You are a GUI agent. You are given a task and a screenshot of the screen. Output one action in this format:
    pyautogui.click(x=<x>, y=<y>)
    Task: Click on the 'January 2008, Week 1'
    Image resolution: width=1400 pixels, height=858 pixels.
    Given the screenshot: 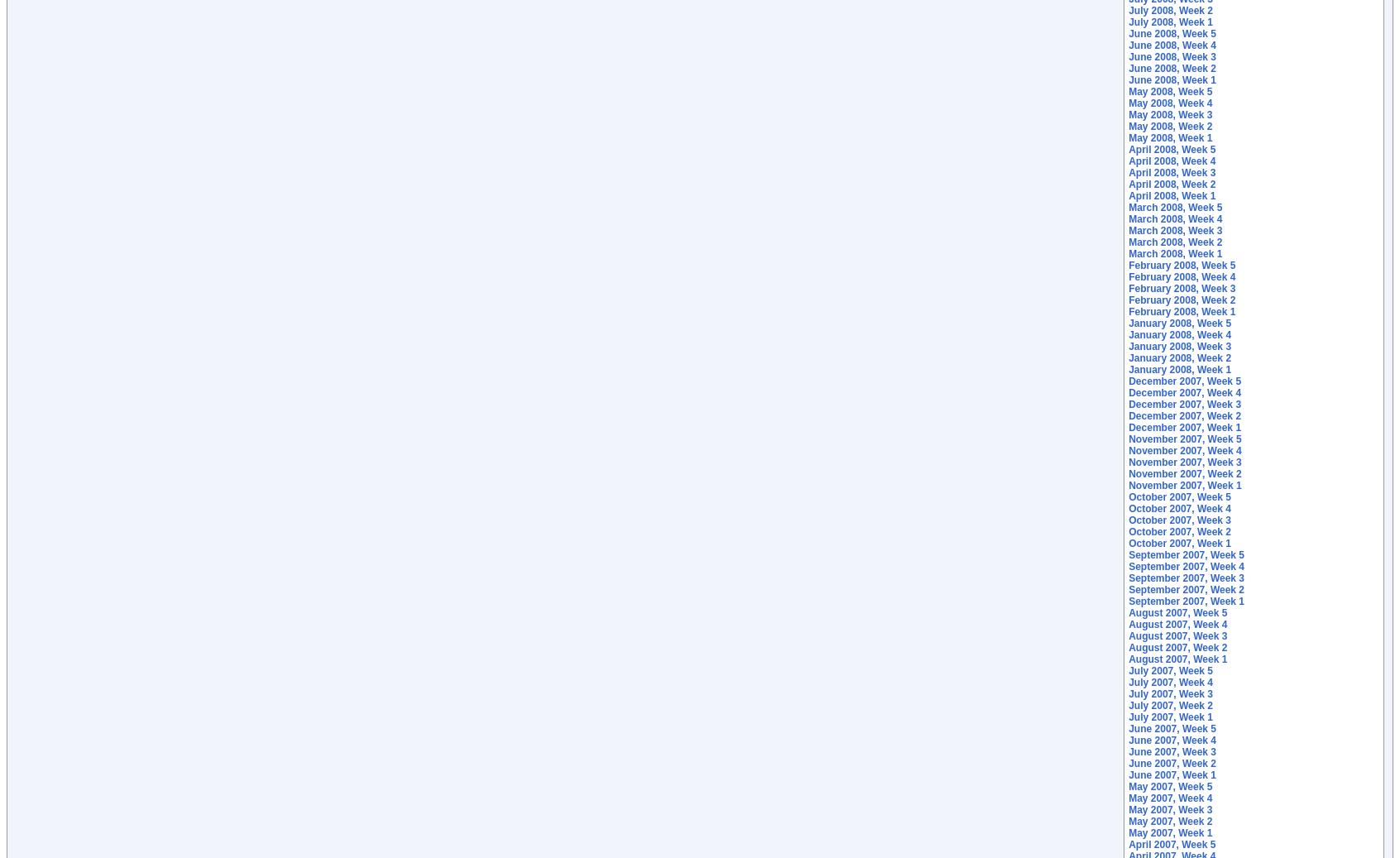 What is the action you would take?
    pyautogui.click(x=1179, y=369)
    